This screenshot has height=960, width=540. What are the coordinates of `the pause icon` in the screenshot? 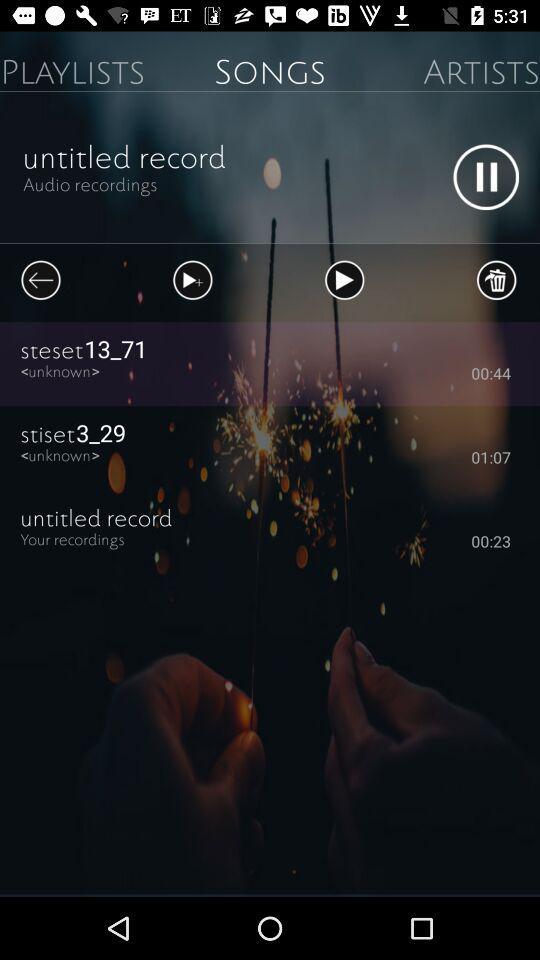 It's located at (485, 176).